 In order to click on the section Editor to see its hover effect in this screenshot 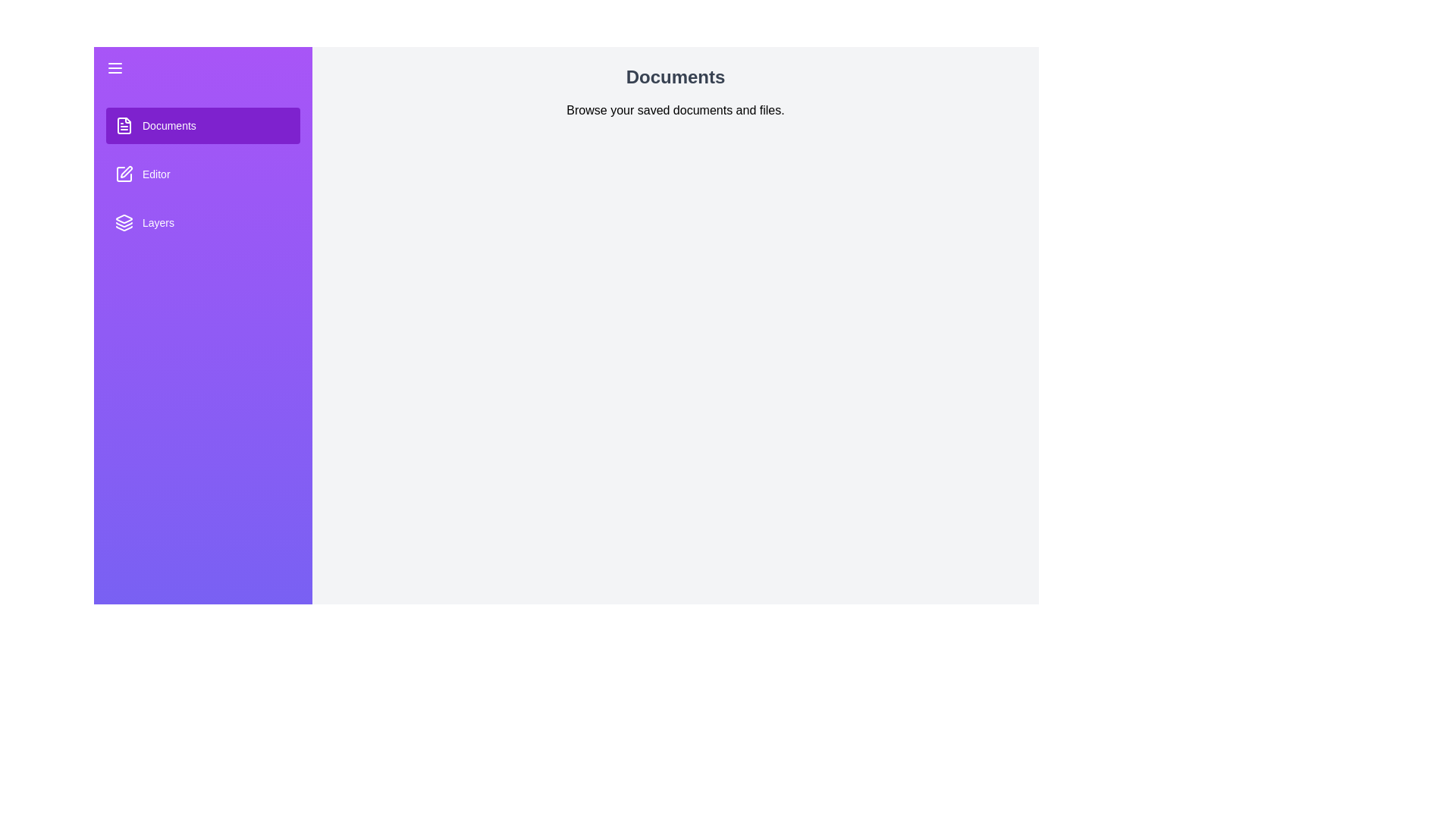, I will do `click(202, 174)`.